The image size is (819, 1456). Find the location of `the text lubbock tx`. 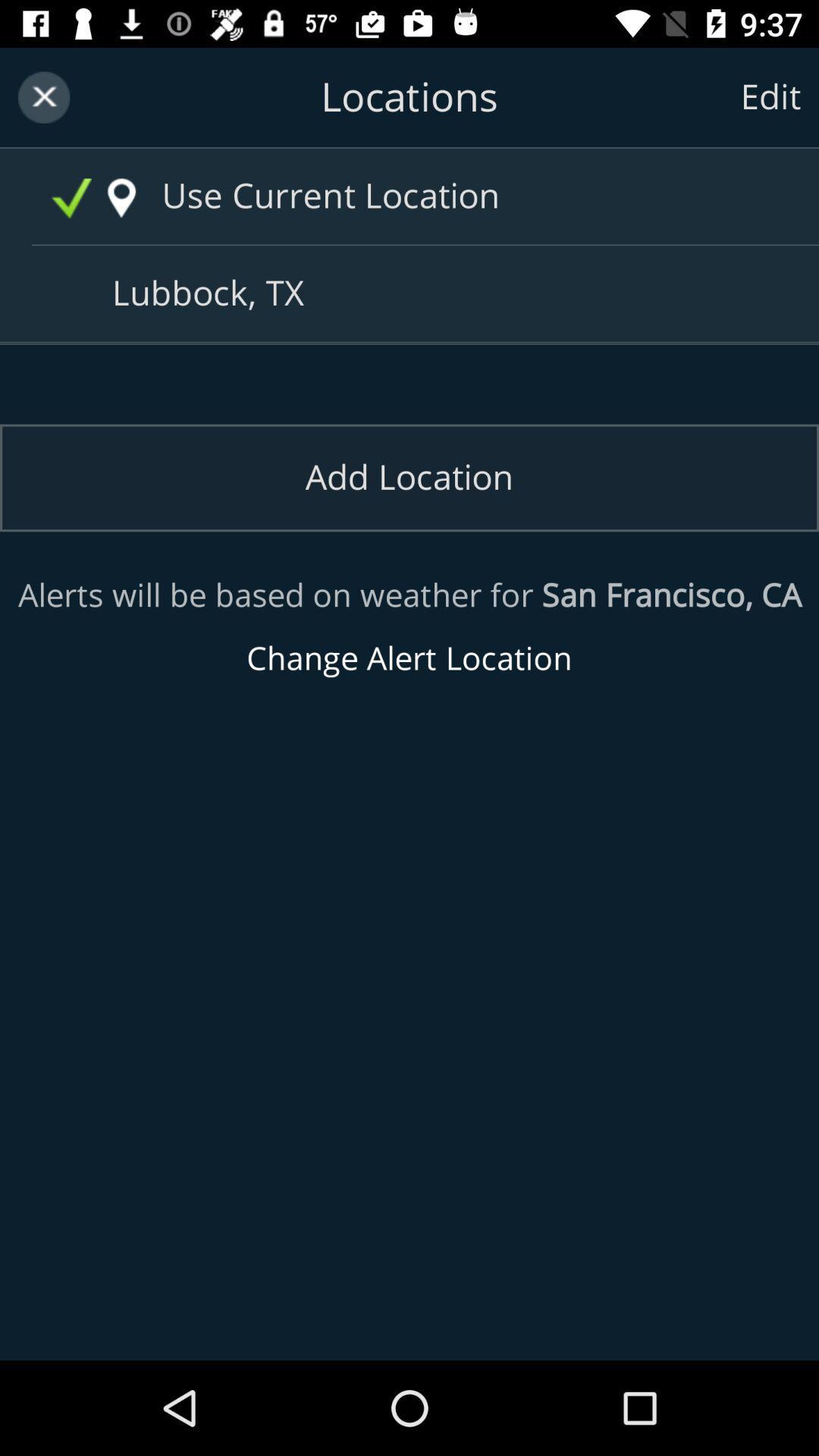

the text lubbock tx is located at coordinates (415, 293).